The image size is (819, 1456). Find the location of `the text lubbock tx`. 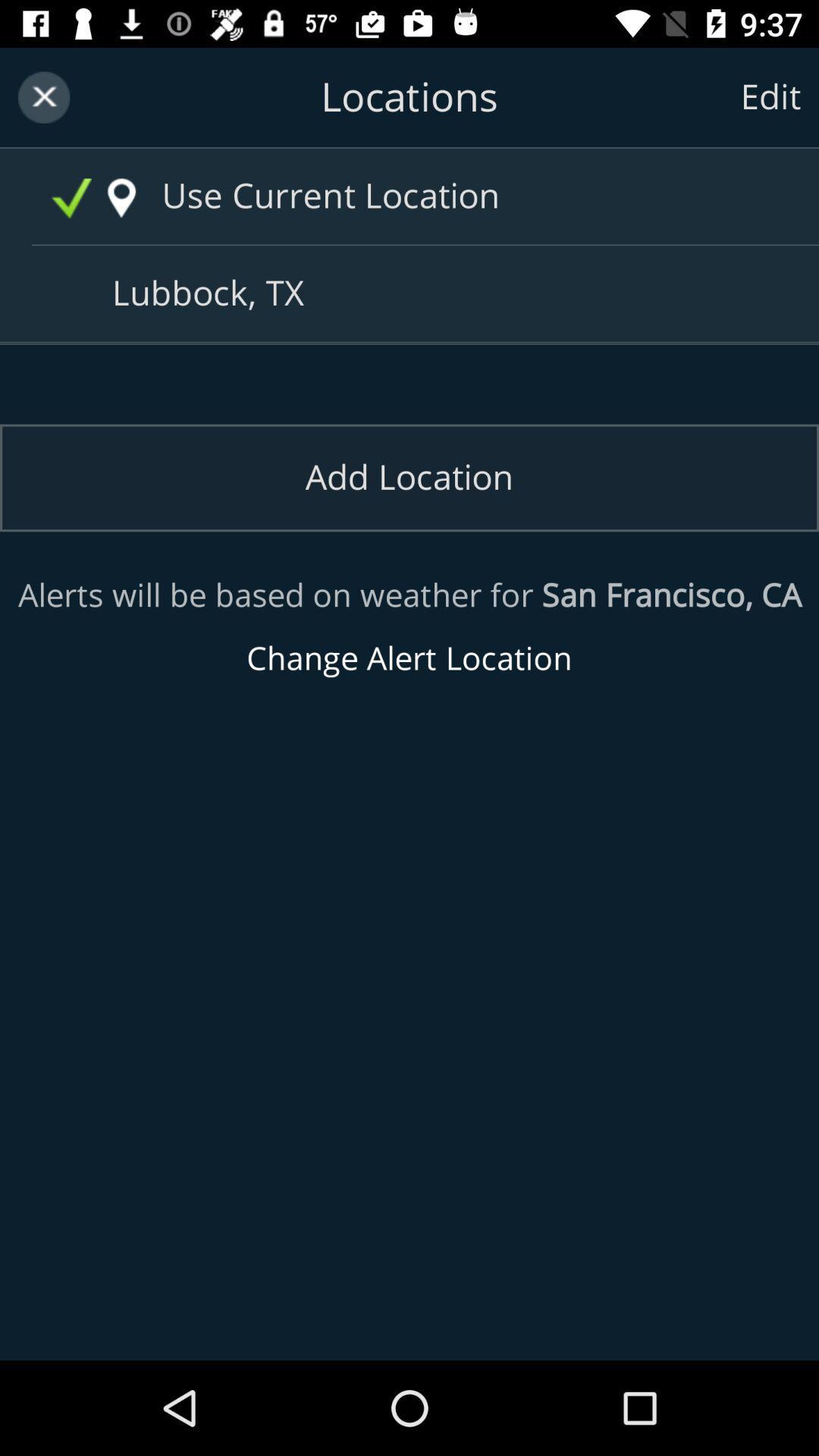

the text lubbock tx is located at coordinates (415, 293).